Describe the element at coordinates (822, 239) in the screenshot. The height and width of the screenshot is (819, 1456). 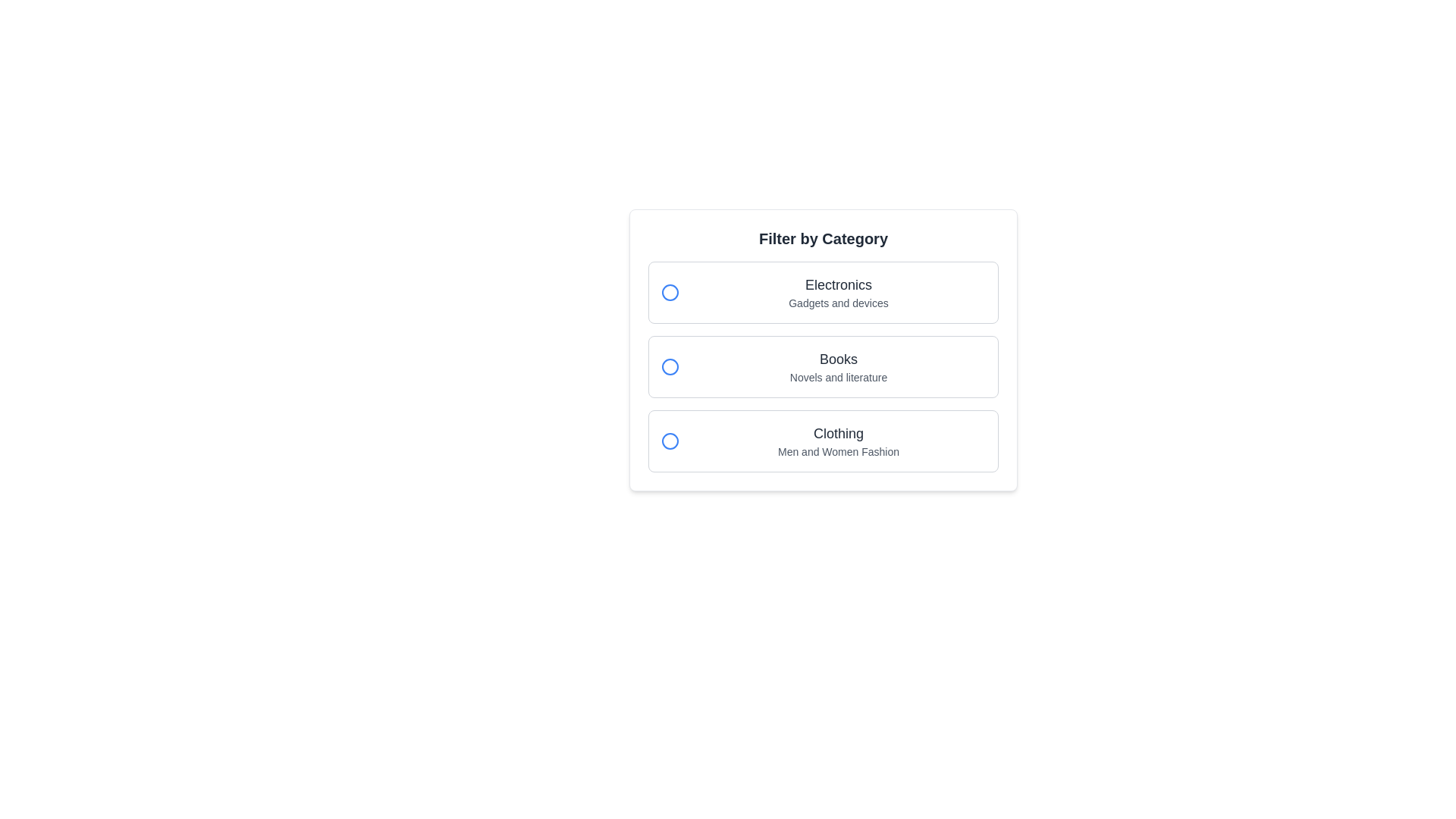
I see `the heading text label that introduces the category filtering options for 'Electronics', 'Books', and 'Clothing'` at that location.